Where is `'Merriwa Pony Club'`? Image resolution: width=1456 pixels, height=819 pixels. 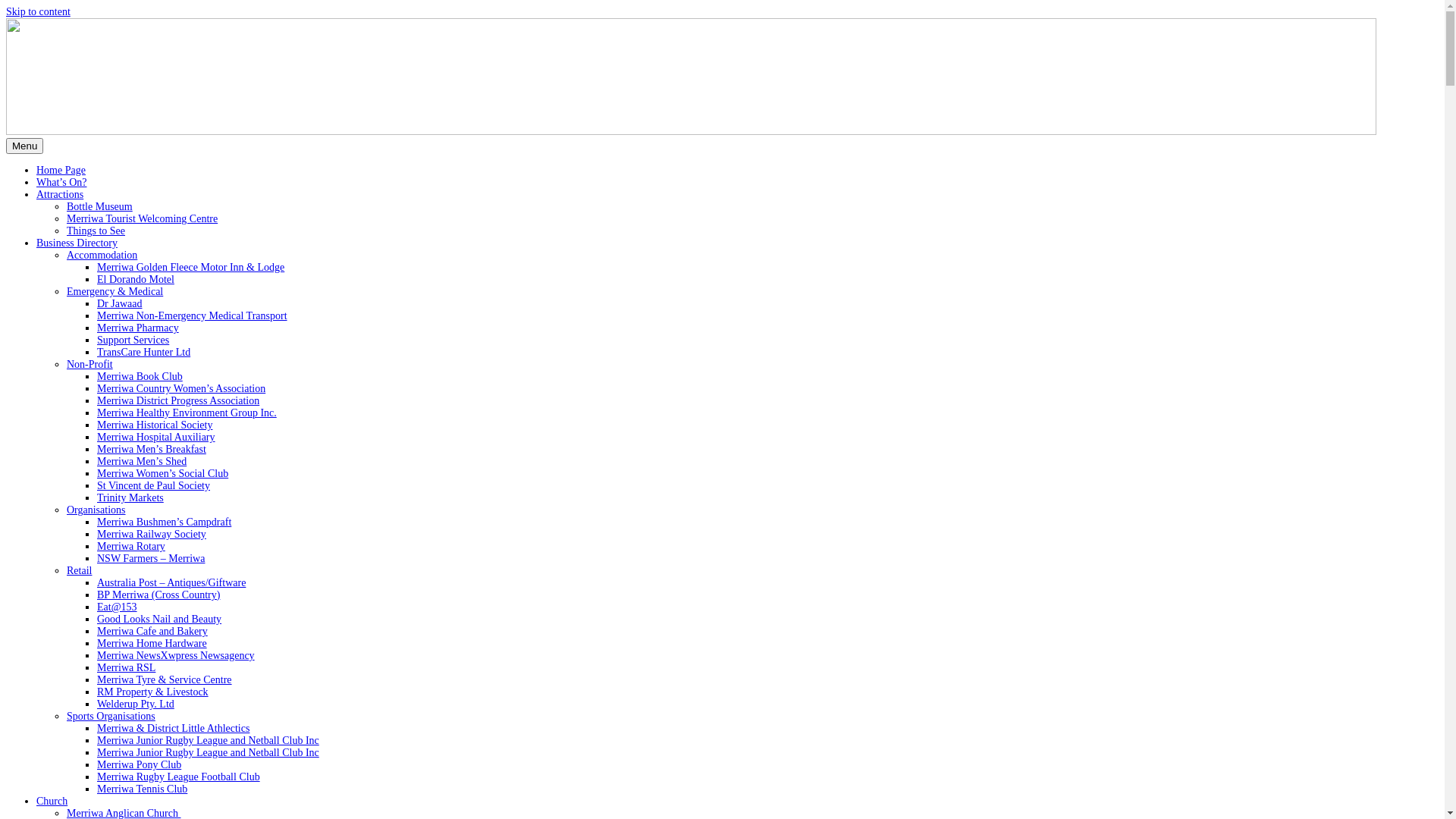 'Merriwa Pony Club' is located at coordinates (139, 764).